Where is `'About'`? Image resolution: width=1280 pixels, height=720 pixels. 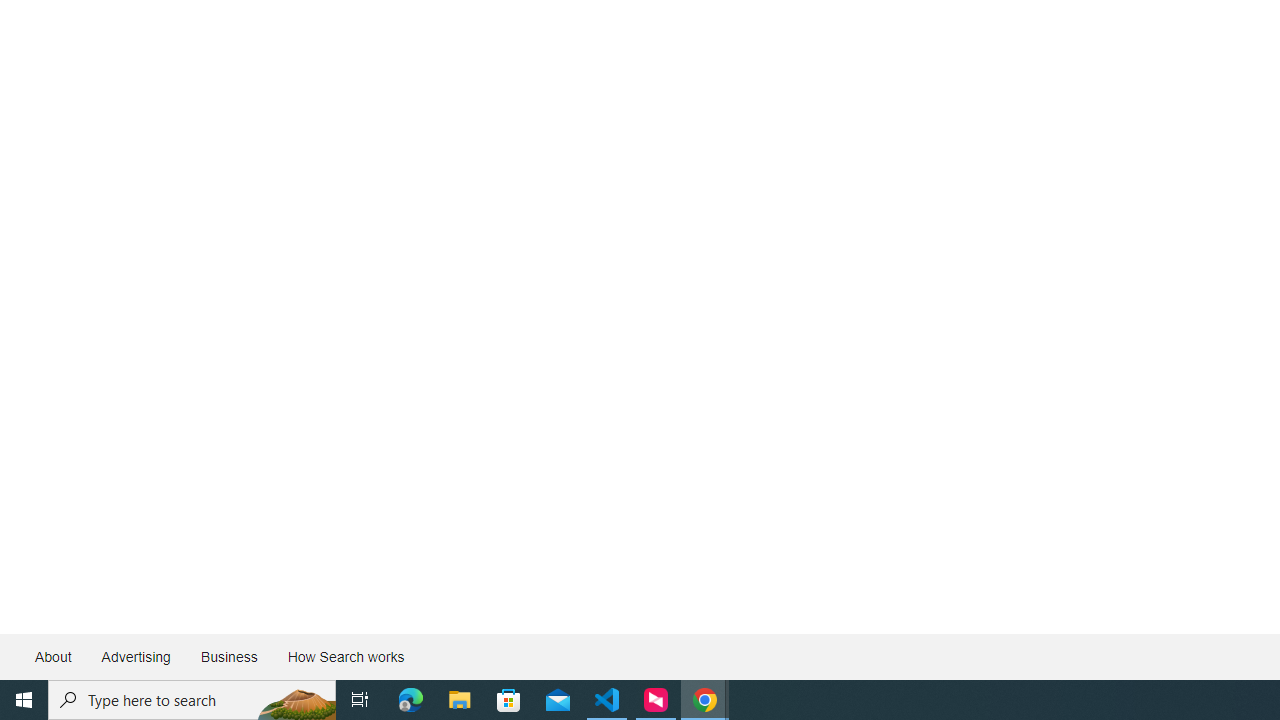 'About' is located at coordinates (53, 657).